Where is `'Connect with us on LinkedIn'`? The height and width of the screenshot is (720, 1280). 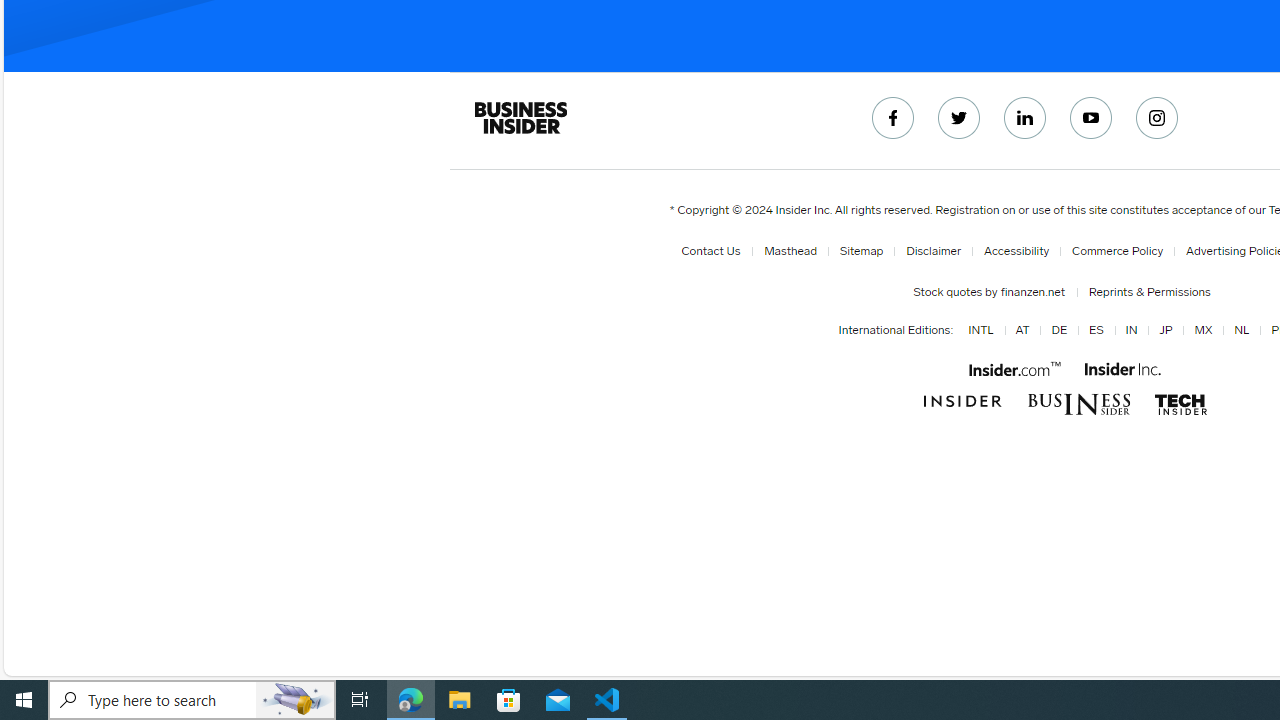
'Connect with us on LinkedIn' is located at coordinates (1025, 118).